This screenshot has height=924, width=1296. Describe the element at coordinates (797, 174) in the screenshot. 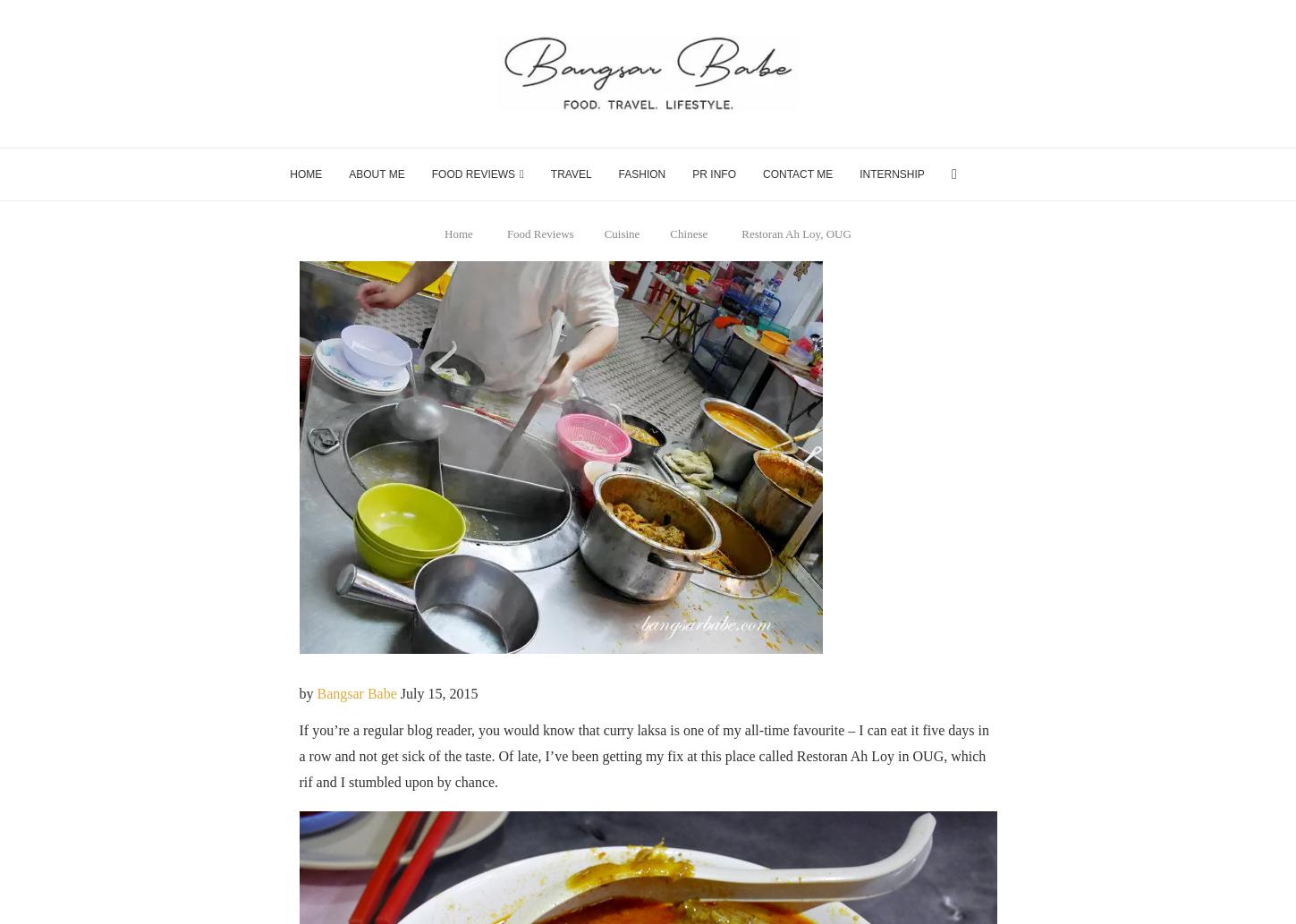

I see `'Contact Me'` at that location.